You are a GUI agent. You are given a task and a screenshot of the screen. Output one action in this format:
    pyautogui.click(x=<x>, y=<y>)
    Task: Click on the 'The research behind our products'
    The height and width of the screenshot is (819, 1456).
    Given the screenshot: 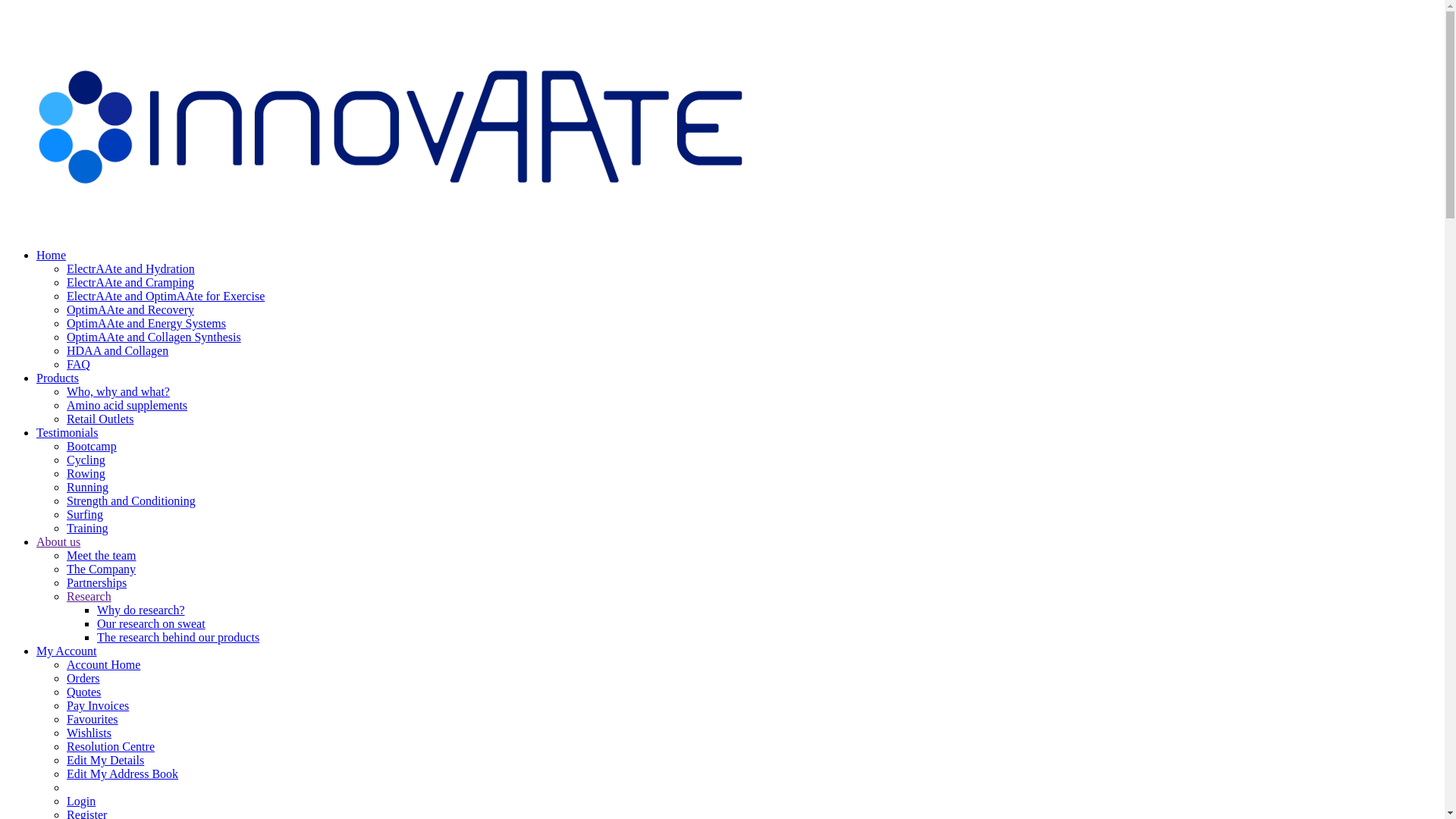 What is the action you would take?
    pyautogui.click(x=96, y=637)
    